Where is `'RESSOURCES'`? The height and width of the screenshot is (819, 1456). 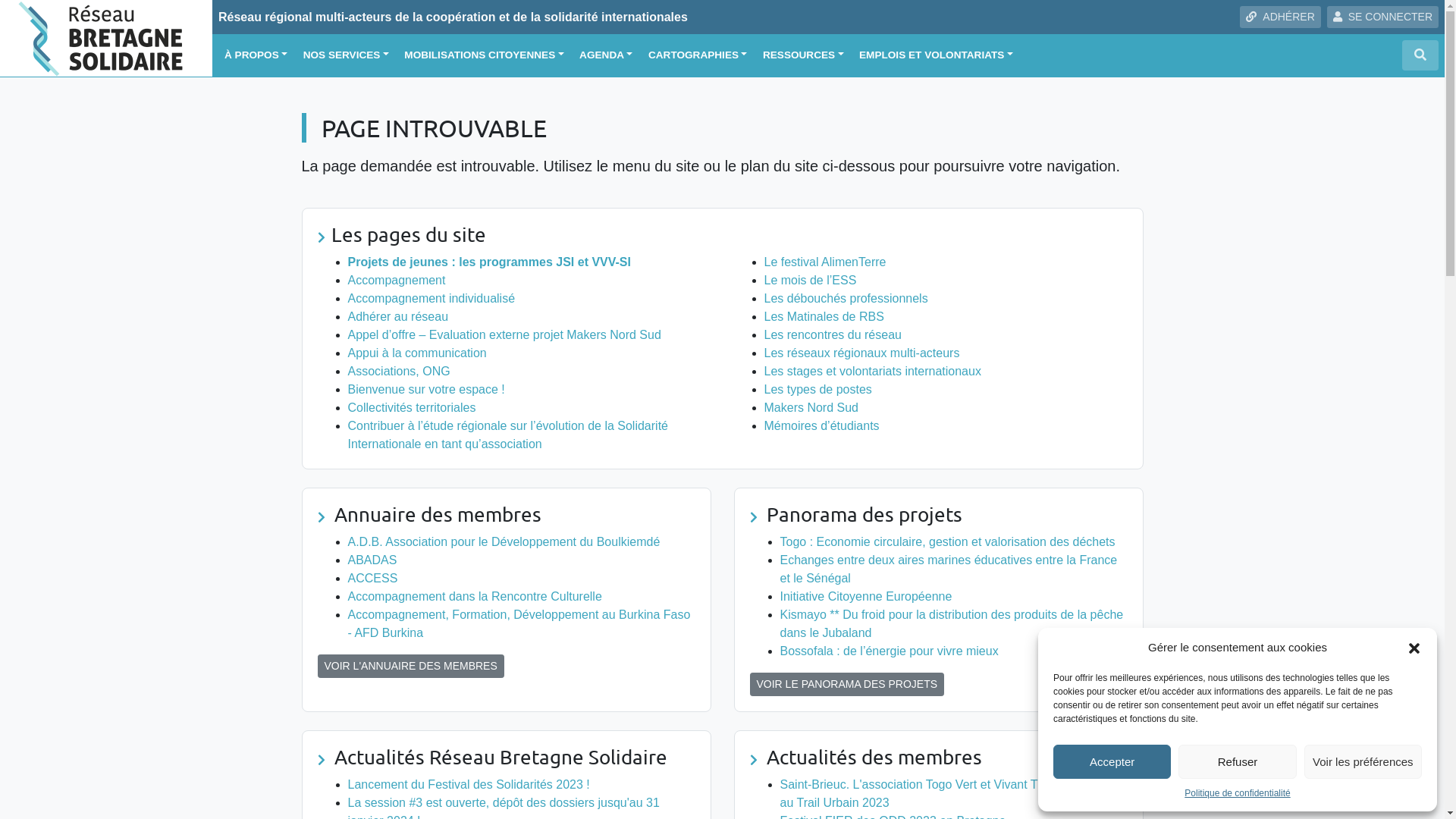
'RESSOURCES' is located at coordinates (802, 55).